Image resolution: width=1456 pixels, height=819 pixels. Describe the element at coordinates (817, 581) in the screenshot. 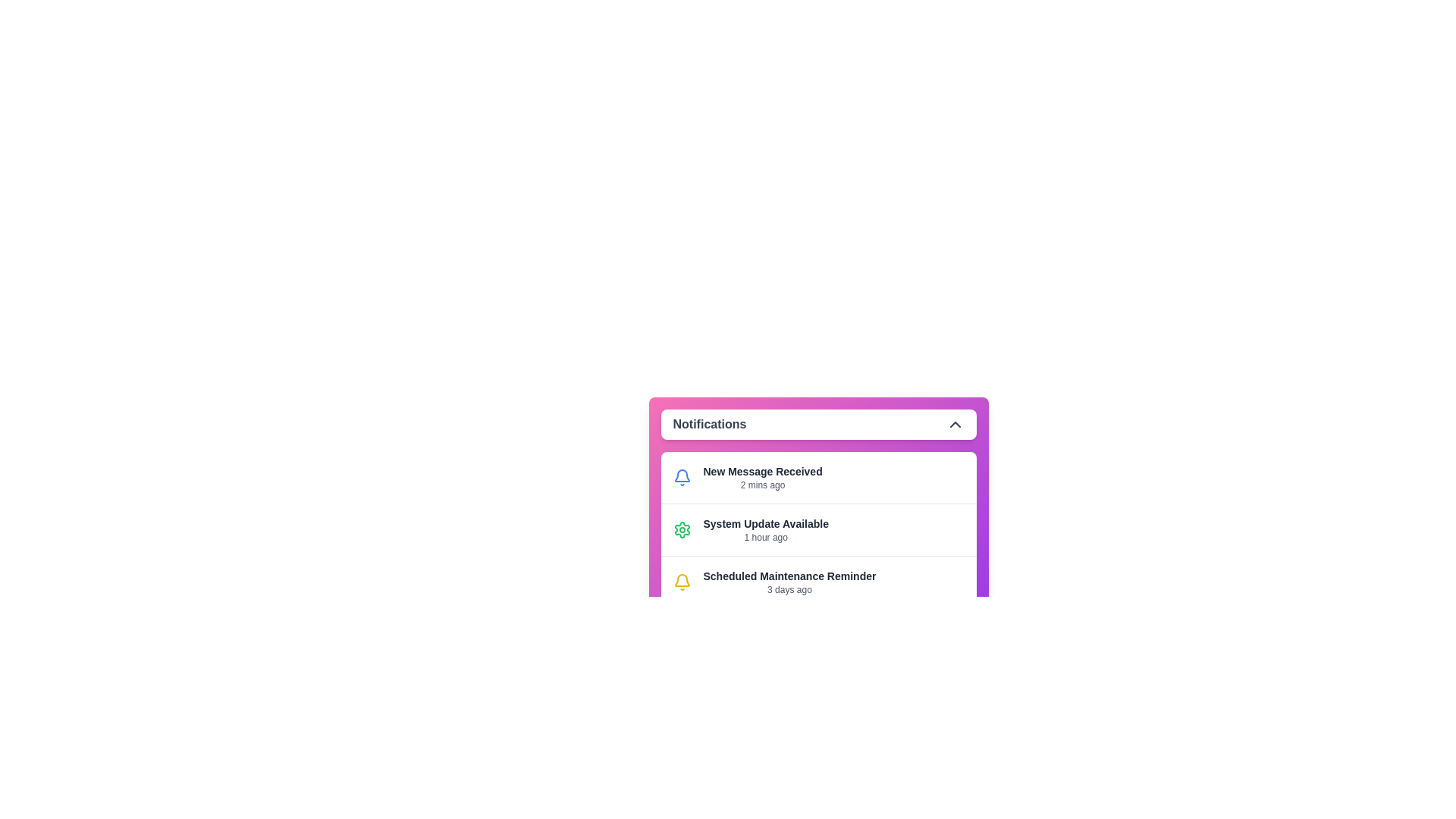

I see `the Notification Item that provides a reminder notification about scheduled maintenance, located in the third position of the notifications list under the 'Notifications' header` at that location.